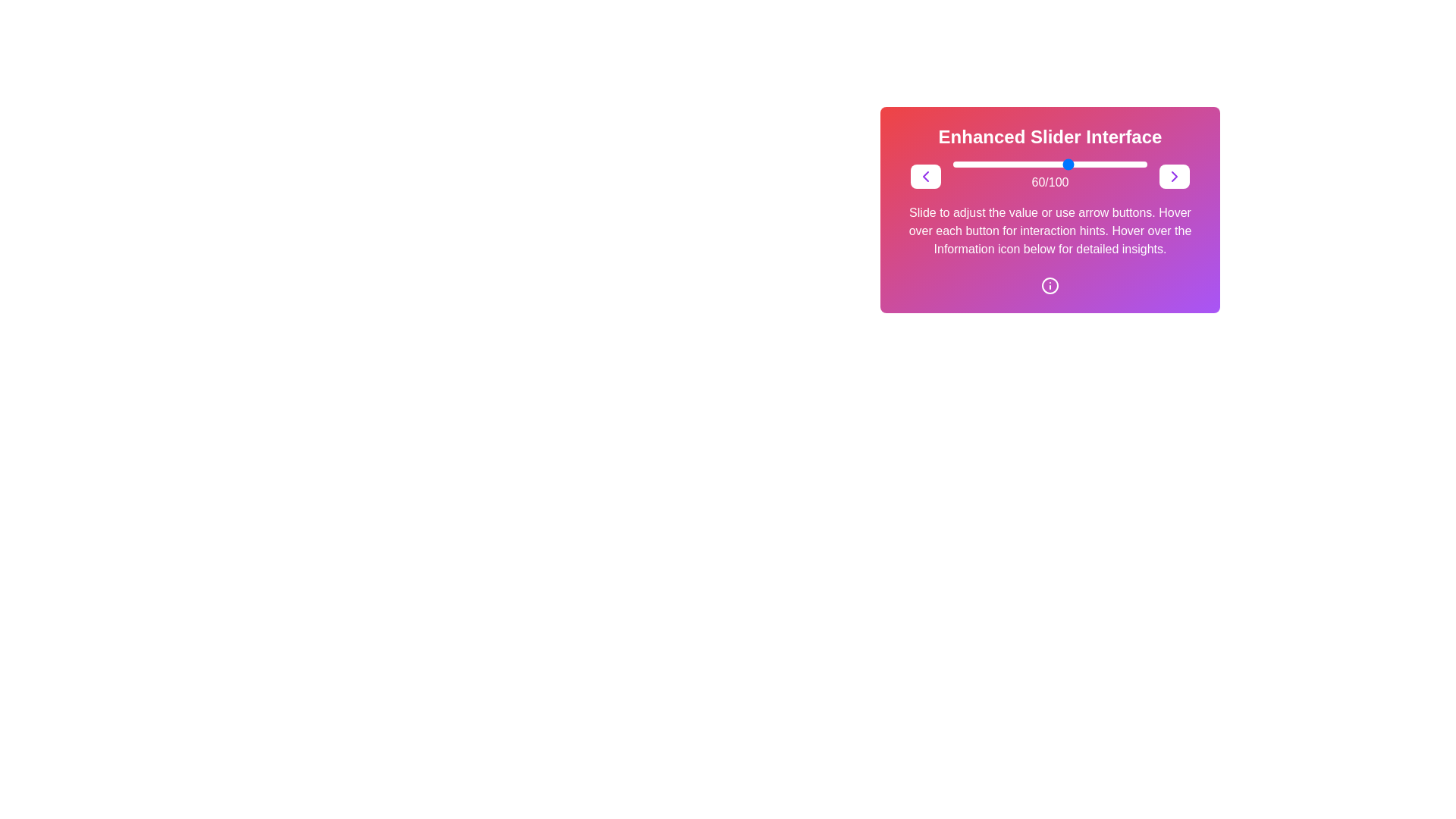 The image size is (1456, 819). What do you see at coordinates (958, 164) in the screenshot?
I see `the slider` at bounding box center [958, 164].